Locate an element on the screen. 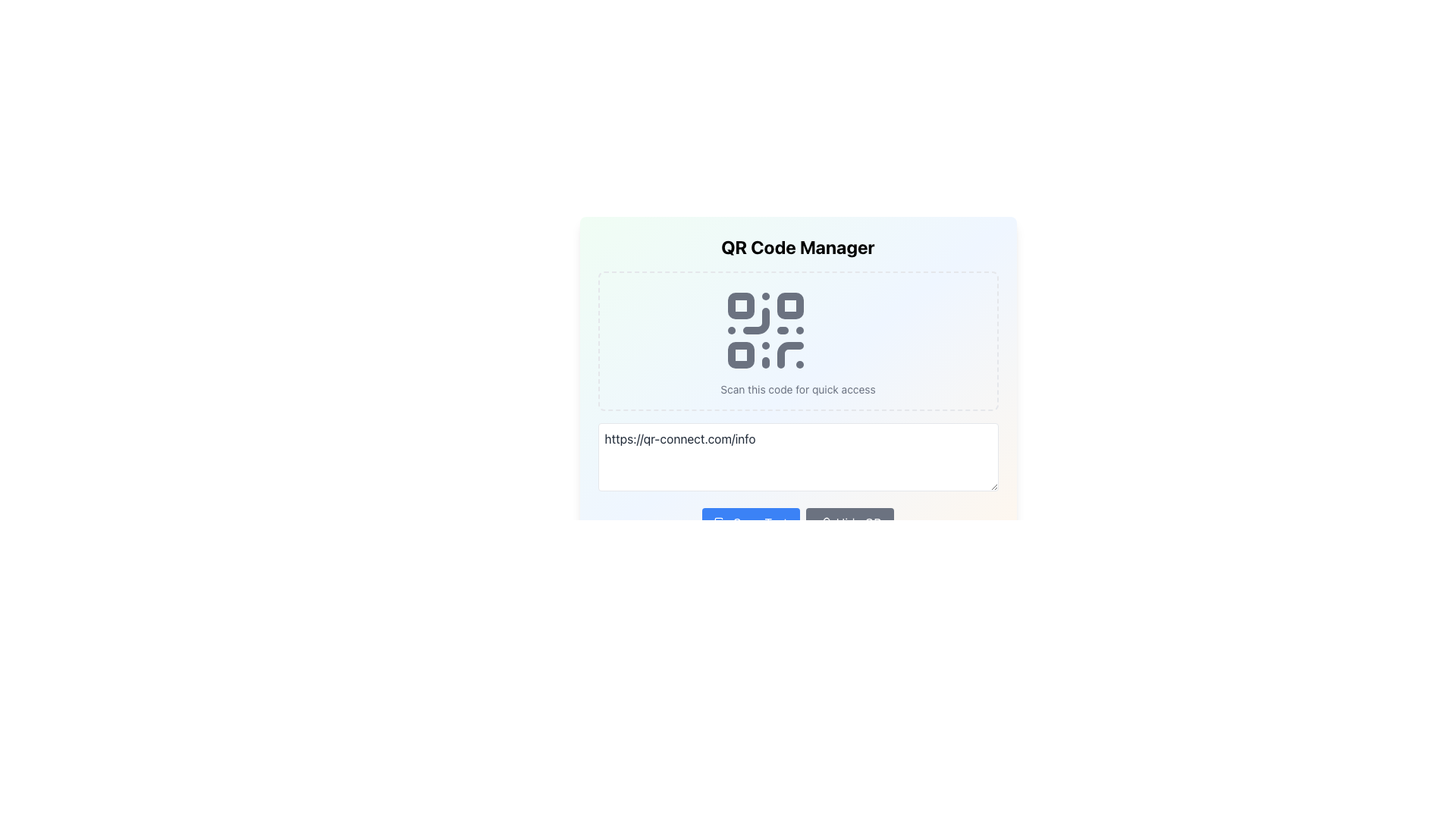  the 'Hide QR' button, which is a rectangular button with a gray background and rounded corners is located at coordinates (849, 522).